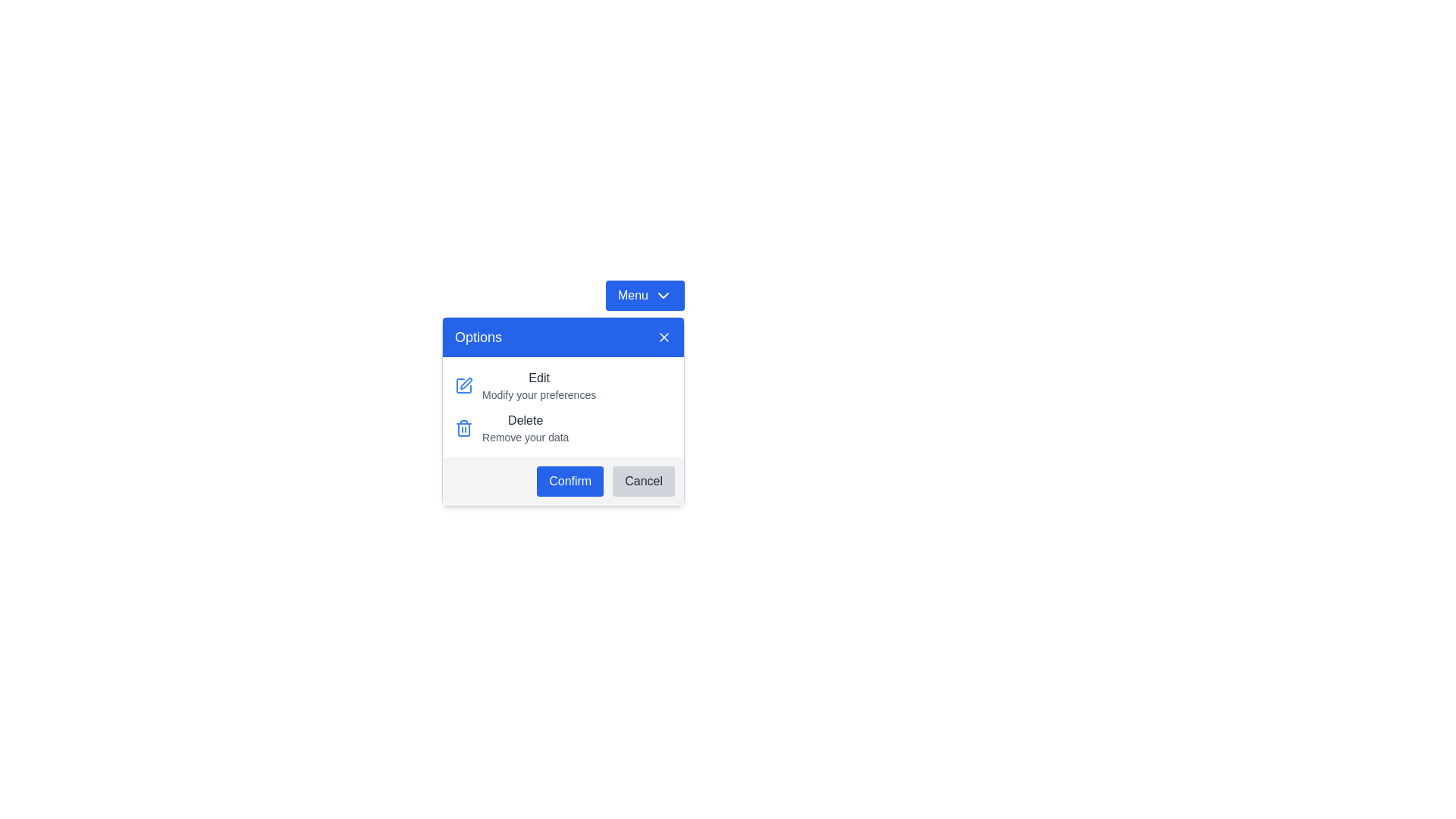  I want to click on the header text label in the 'Options' pop-up modal that indicates the action related to deleting data, so click(525, 421).